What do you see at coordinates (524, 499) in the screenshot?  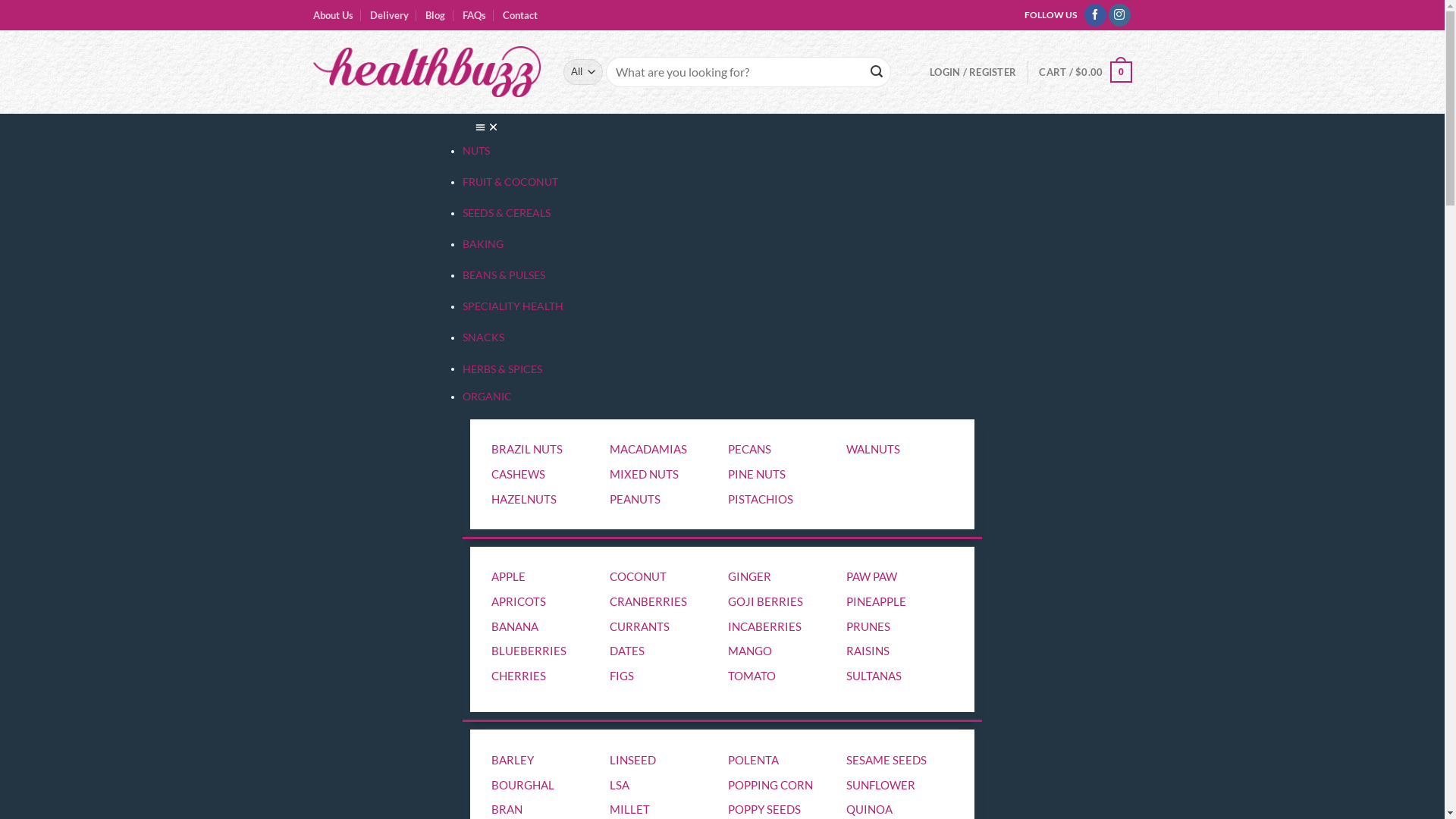 I see `'HAZELNUTS'` at bounding box center [524, 499].